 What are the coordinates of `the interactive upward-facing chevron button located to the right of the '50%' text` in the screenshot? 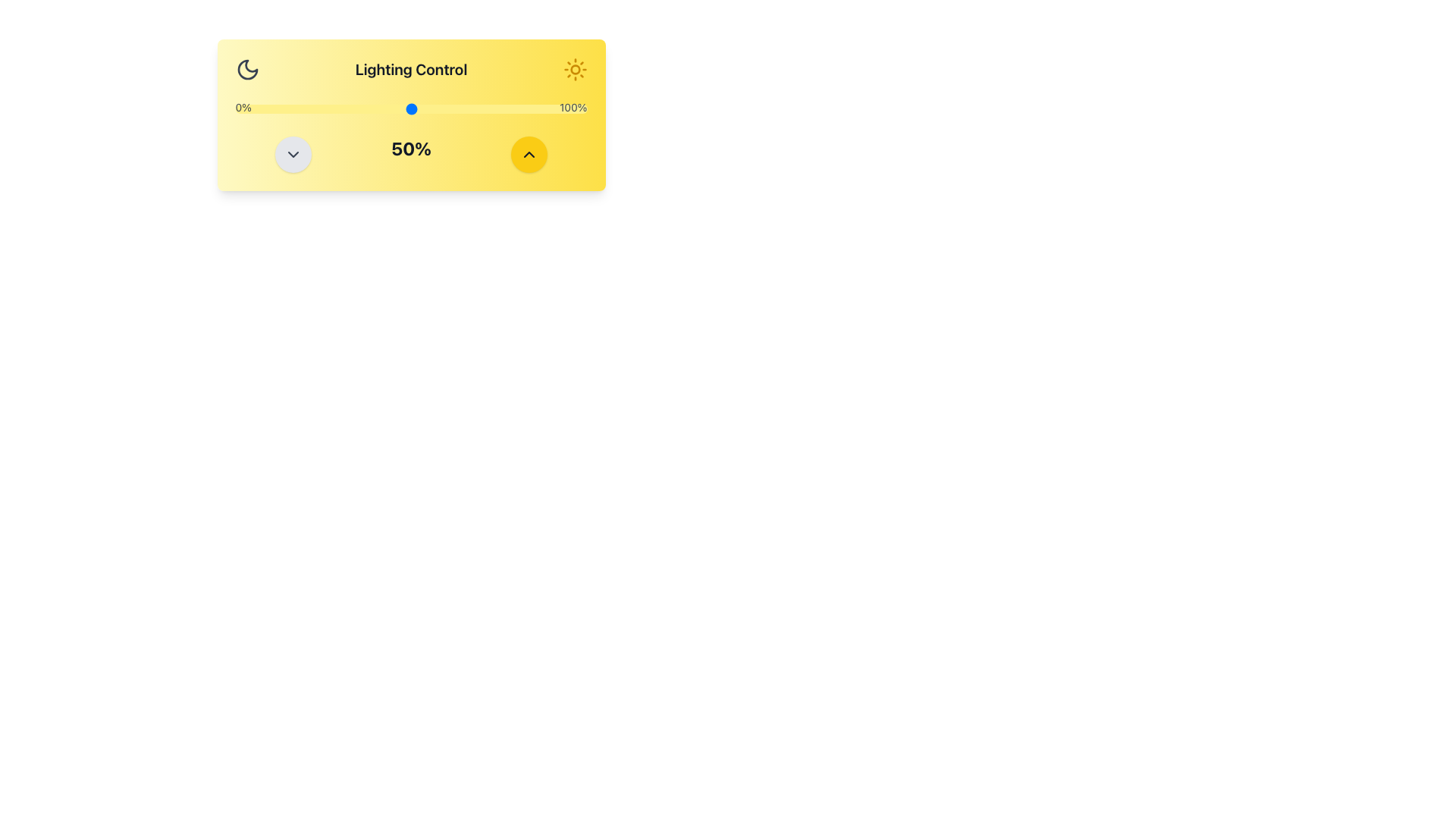 It's located at (529, 155).